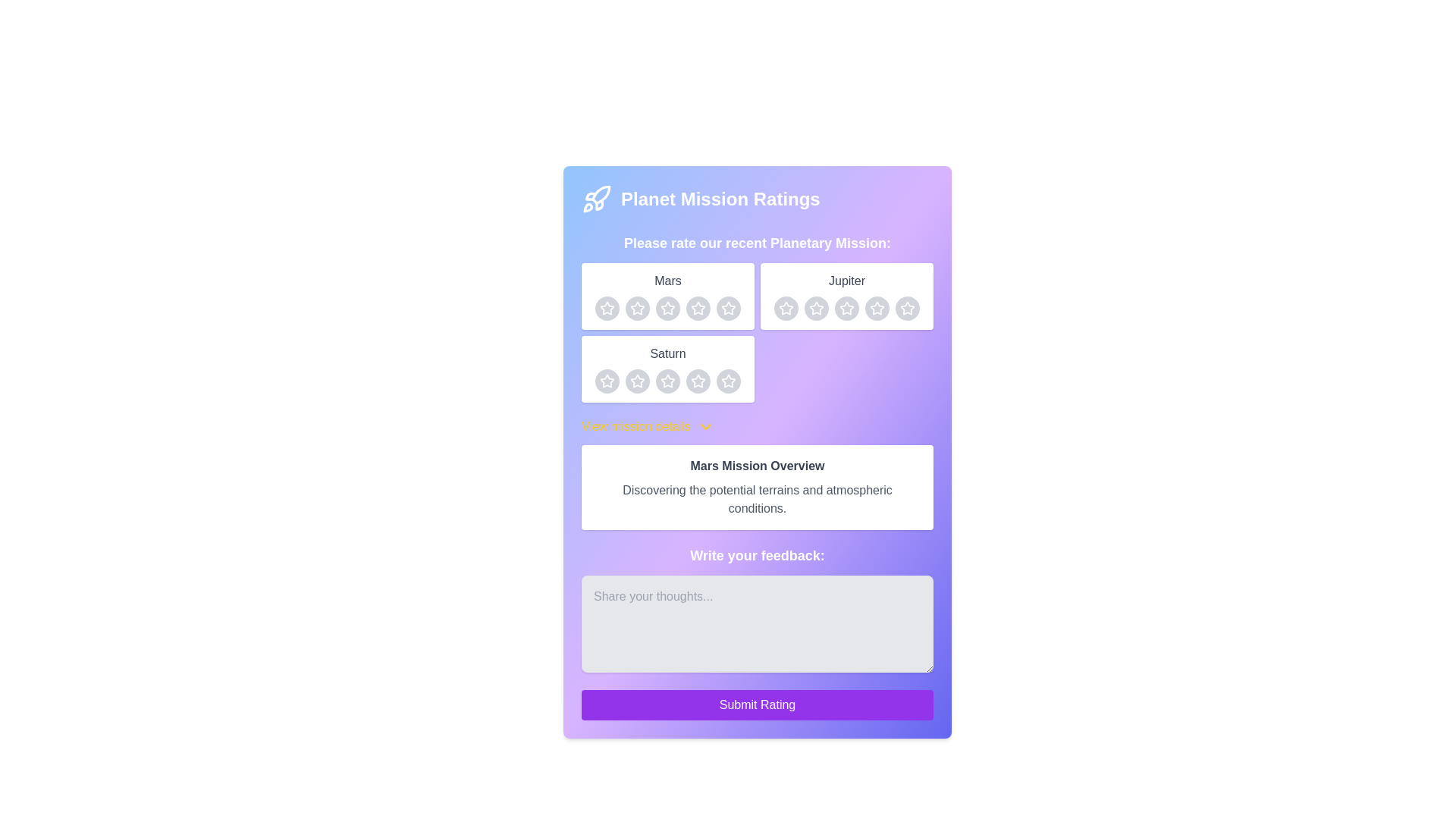  What do you see at coordinates (698, 380) in the screenshot?
I see `the third star button to rate Saturn with 3 stars in the 'Please rate our recent Planetary Mission' section` at bounding box center [698, 380].